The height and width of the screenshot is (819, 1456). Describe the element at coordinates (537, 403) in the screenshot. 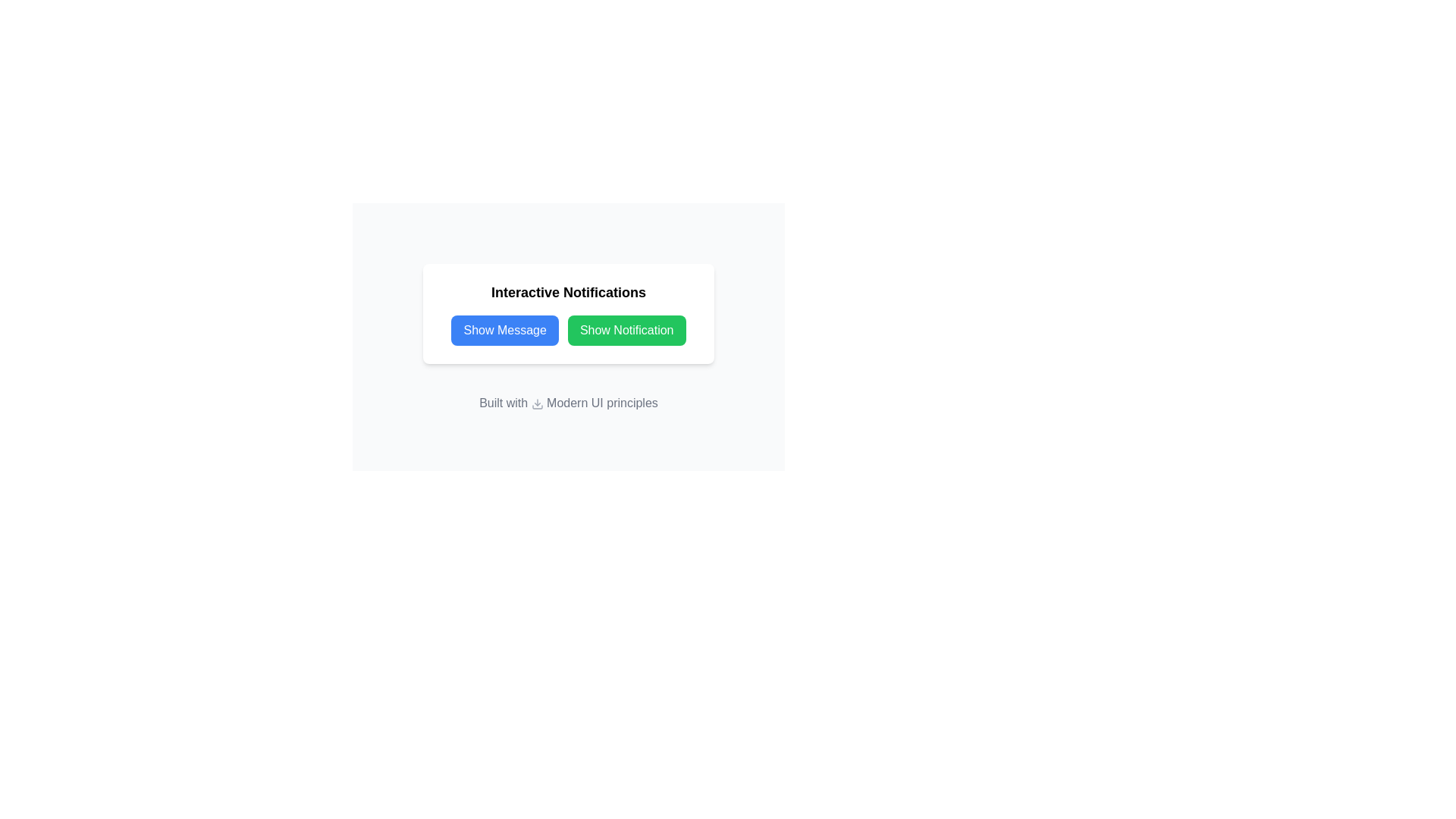

I see `the download icon, which is a downward arrow located to the left of the phrase 'Built with Modern UI principles.'` at that location.